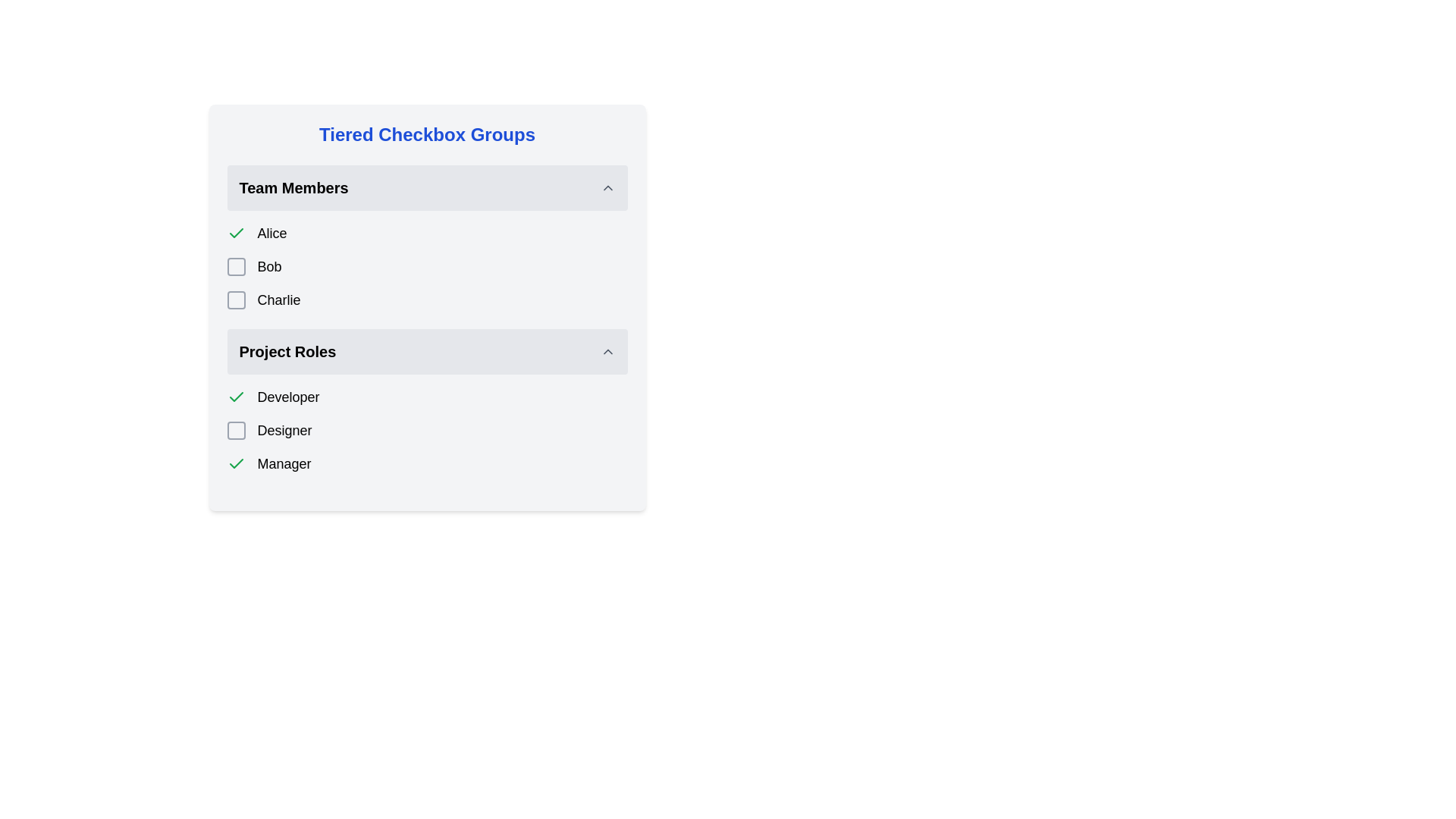 The image size is (1456, 819). I want to click on text label displaying 'Developer' which is part of the 'Project Roles' section and is the first item in the list, so click(288, 397).